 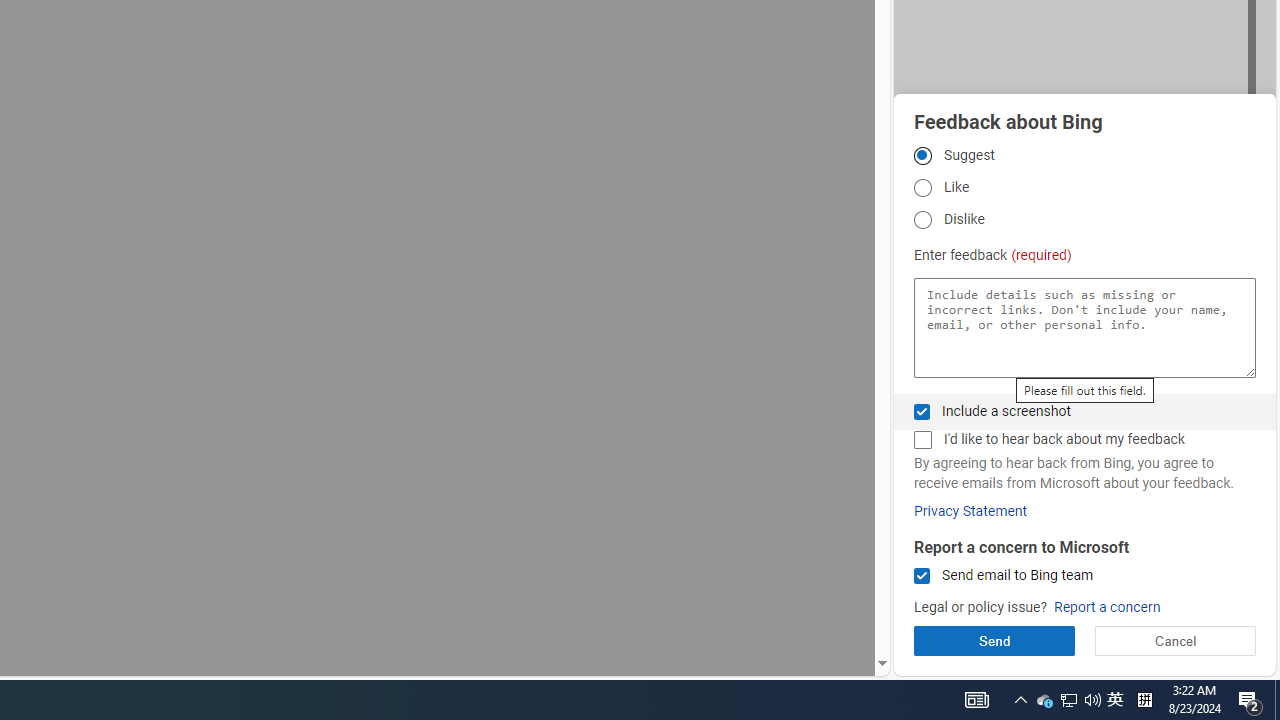 I want to click on 'Send', so click(x=994, y=640).